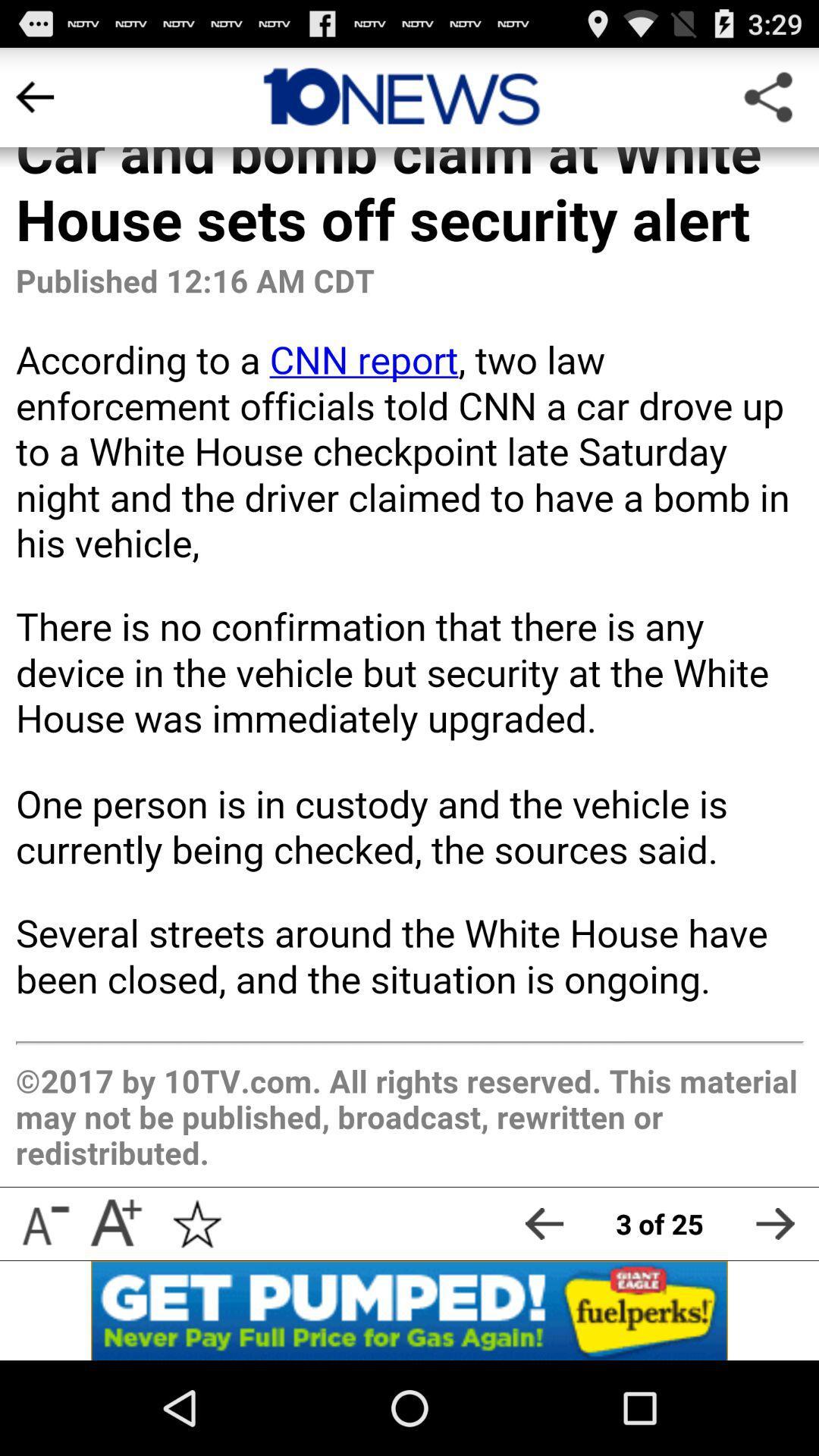 This screenshot has width=819, height=1456. What do you see at coordinates (775, 1223) in the screenshot?
I see `the next article` at bounding box center [775, 1223].